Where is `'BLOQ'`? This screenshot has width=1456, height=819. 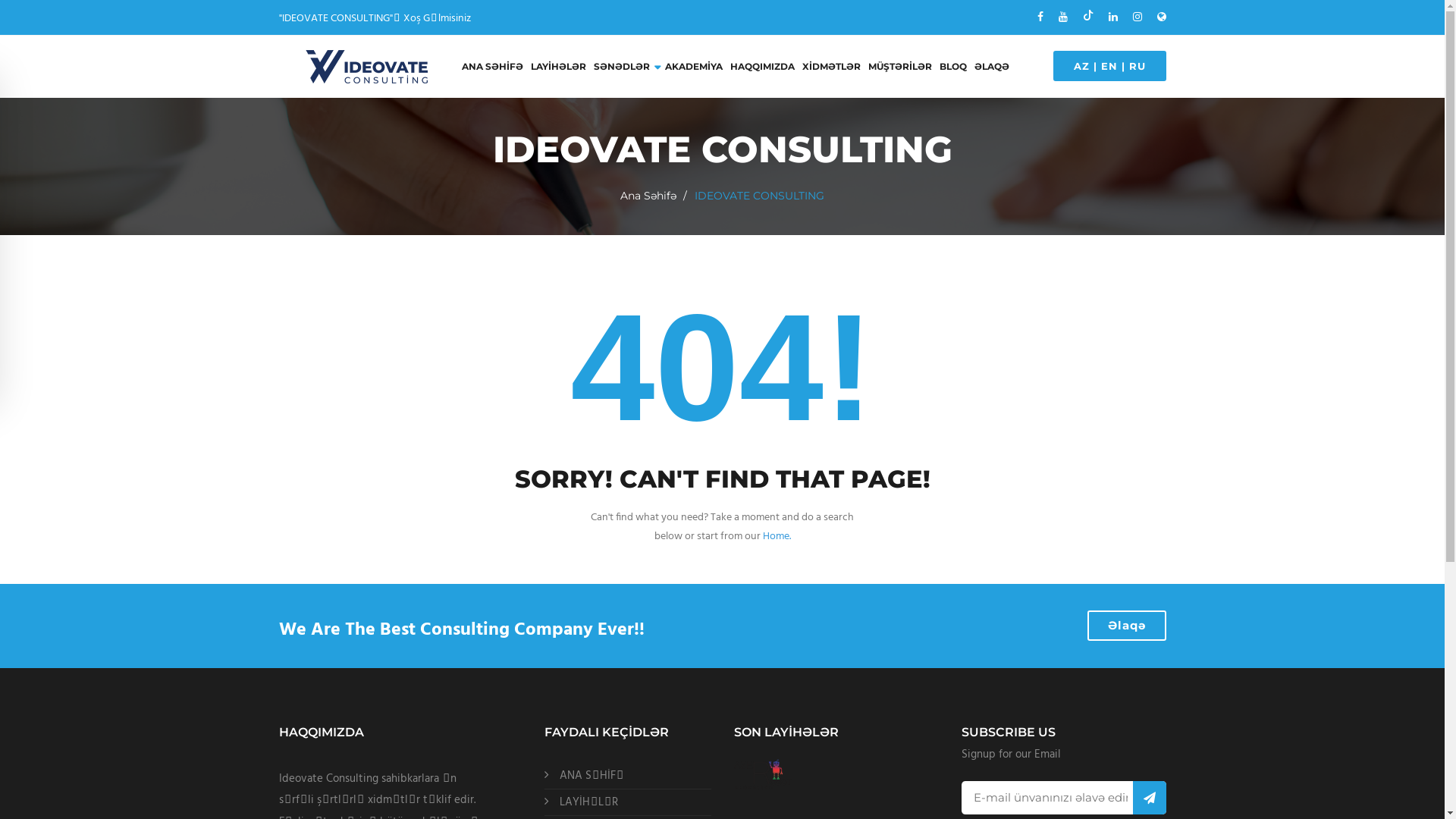 'BLOQ' is located at coordinates (952, 66).